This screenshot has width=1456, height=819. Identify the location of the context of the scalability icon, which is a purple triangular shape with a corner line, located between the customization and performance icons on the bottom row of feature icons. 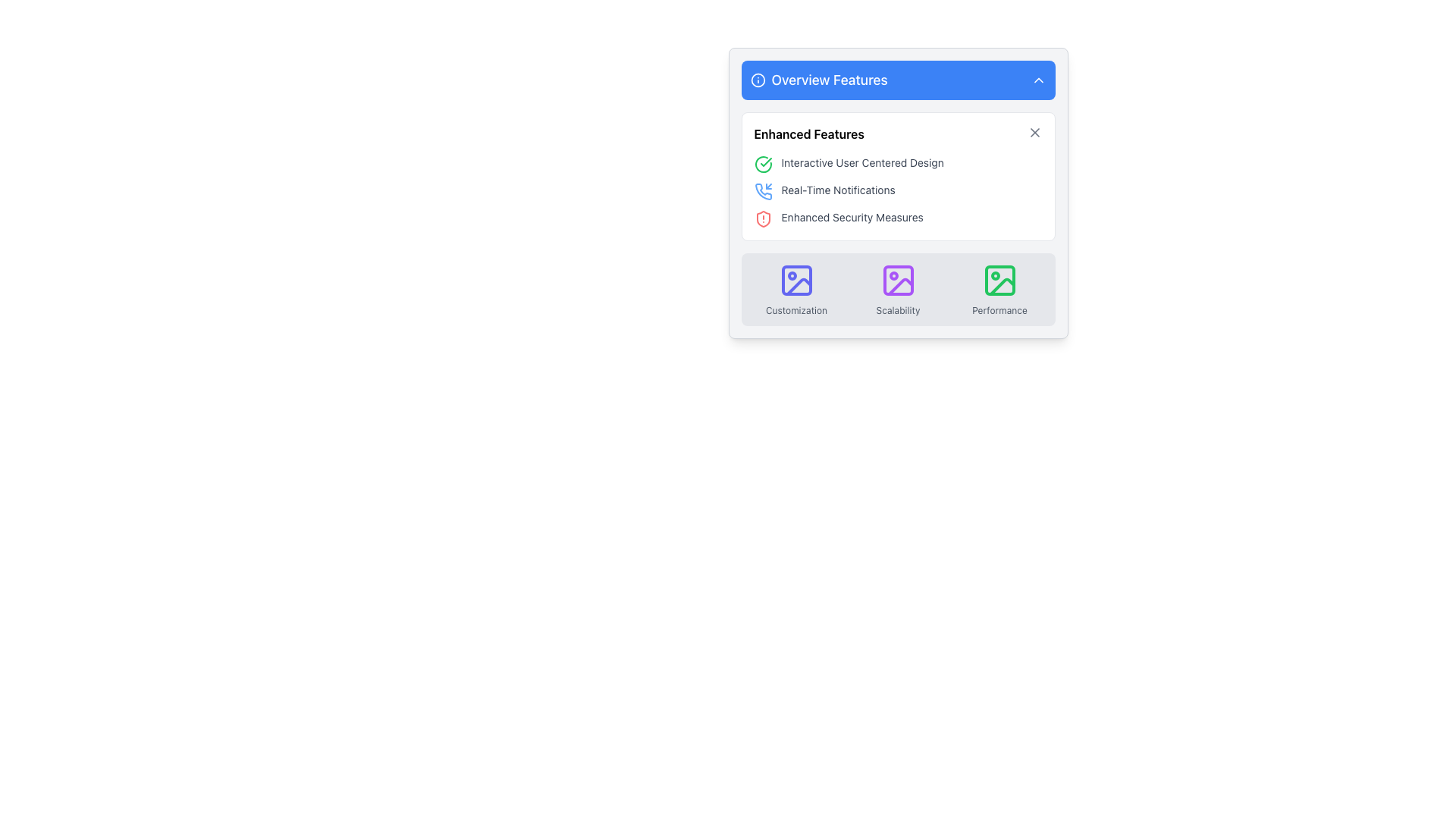
(900, 287).